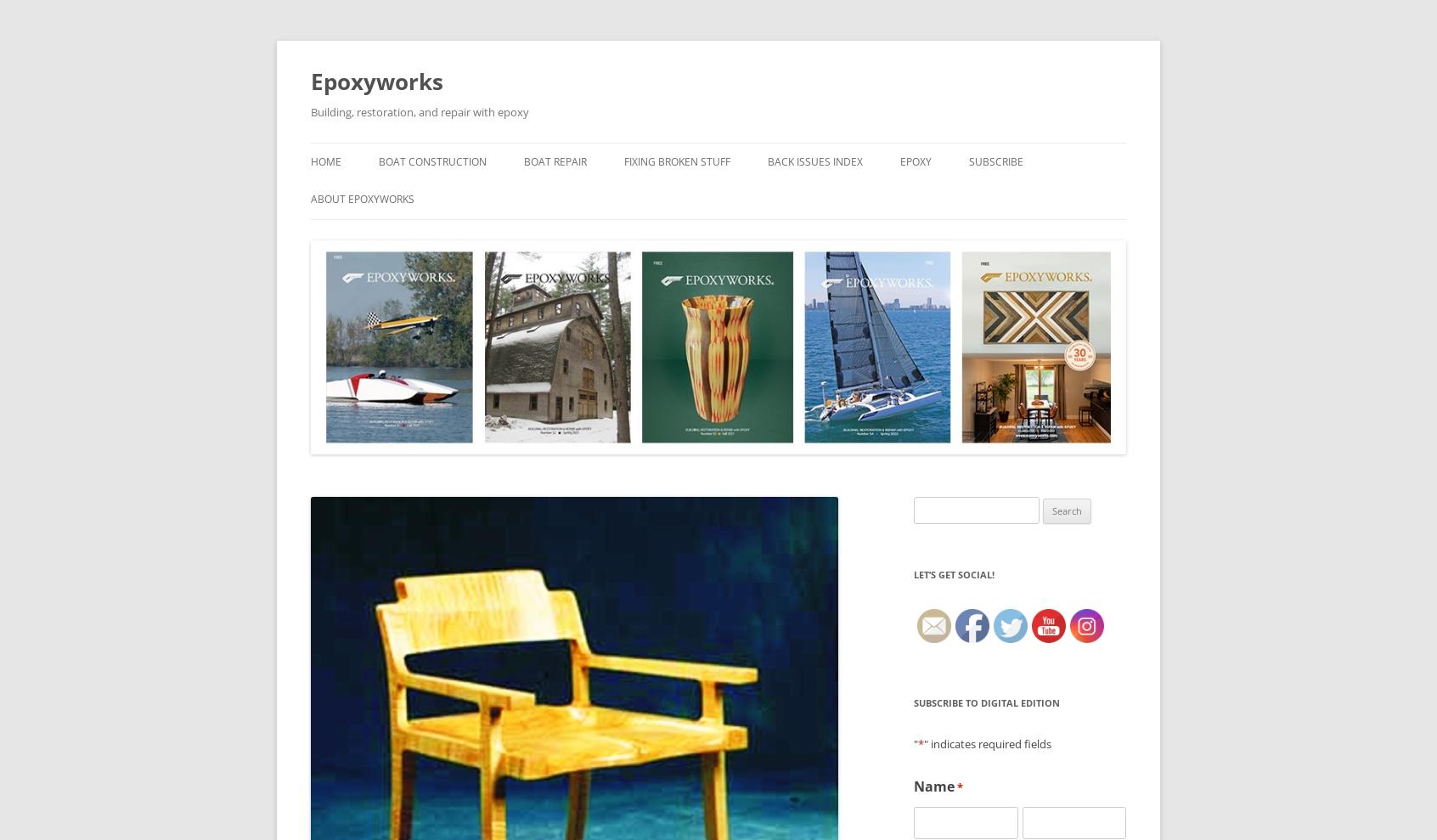 Image resolution: width=1437 pixels, height=840 pixels. I want to click on '"', so click(916, 743).